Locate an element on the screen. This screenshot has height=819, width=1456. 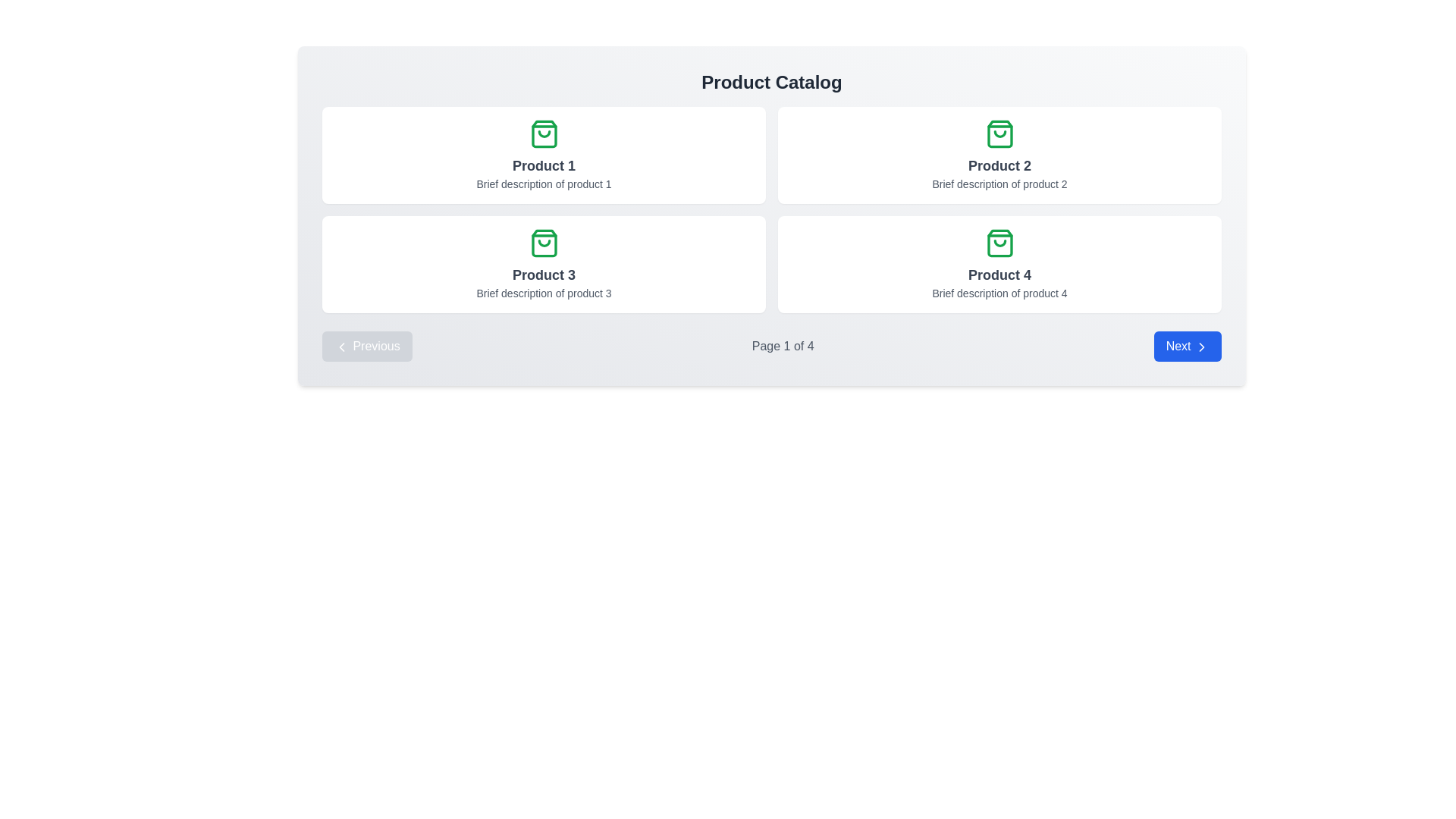
text label displaying 'Product 2' located in the top-right card of the grid layout, just below the green shopping bag icon is located at coordinates (999, 166).